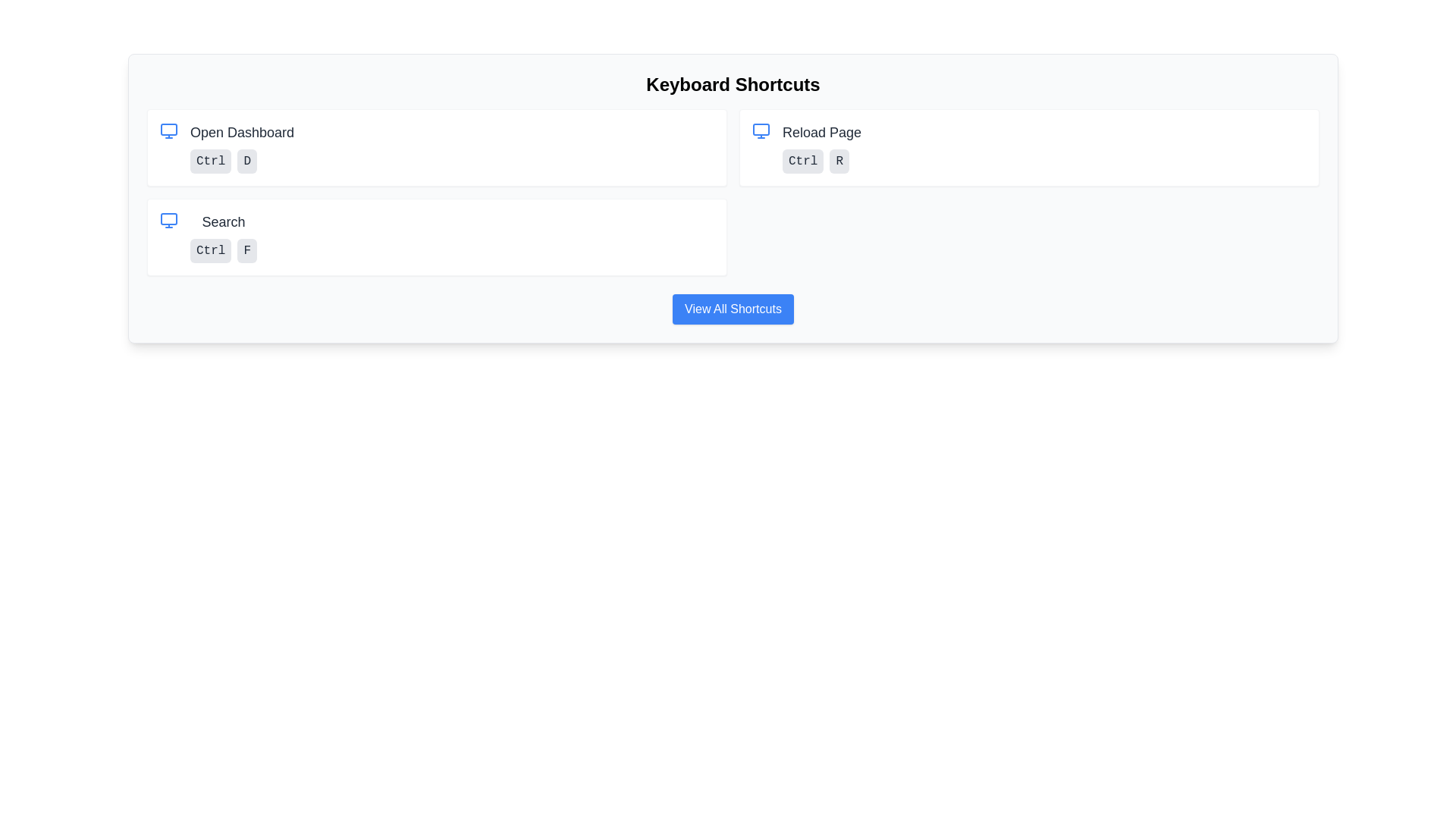  Describe the element at coordinates (733, 309) in the screenshot. I see `the button located at the bottom of the 'Keyboard Shortcuts' section` at that location.